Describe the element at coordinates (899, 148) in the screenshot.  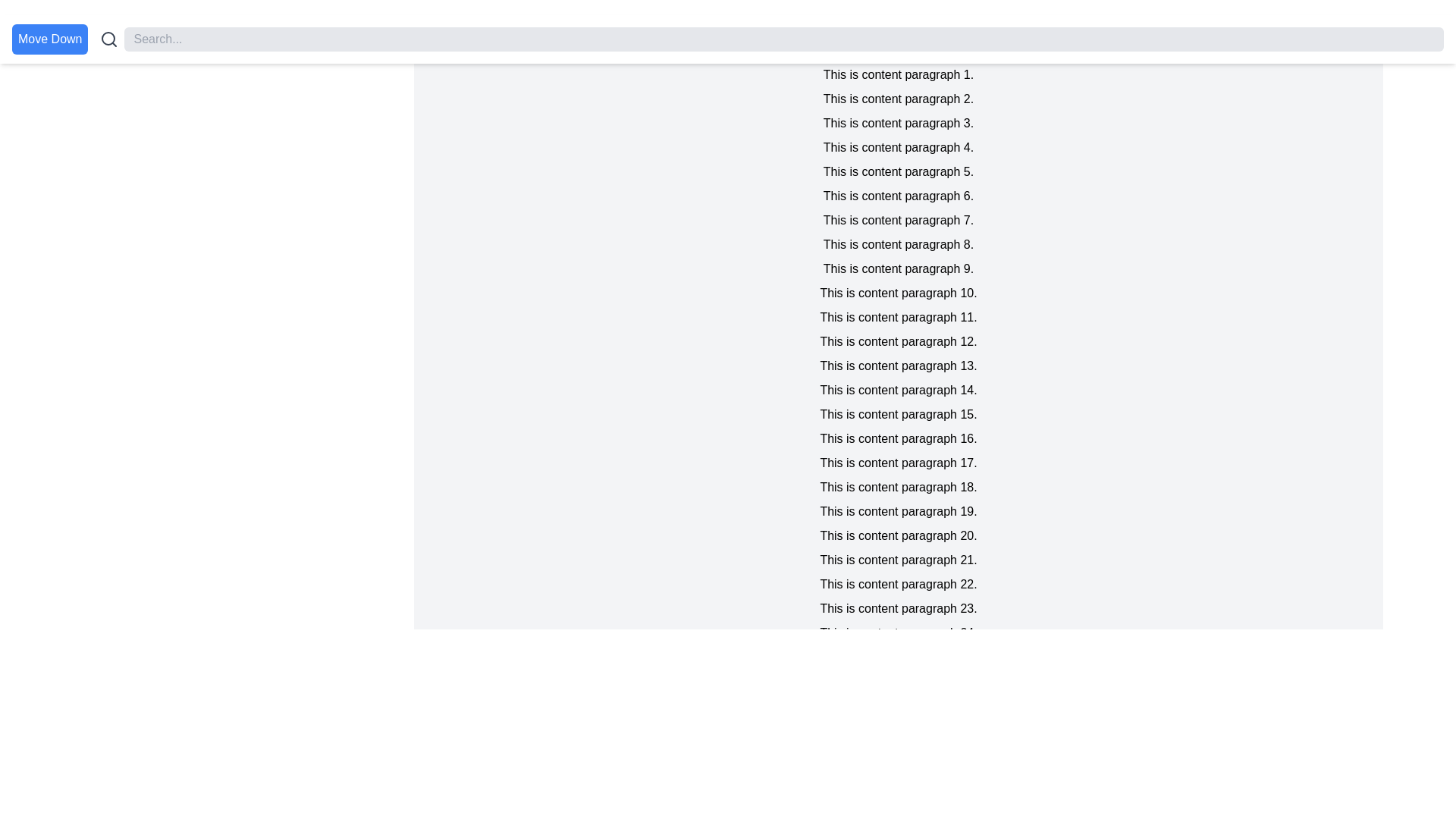
I see `the text block that reads 'This is content paragraph 4.' which is the fourth paragraph in a vertical list of text blocks` at that location.